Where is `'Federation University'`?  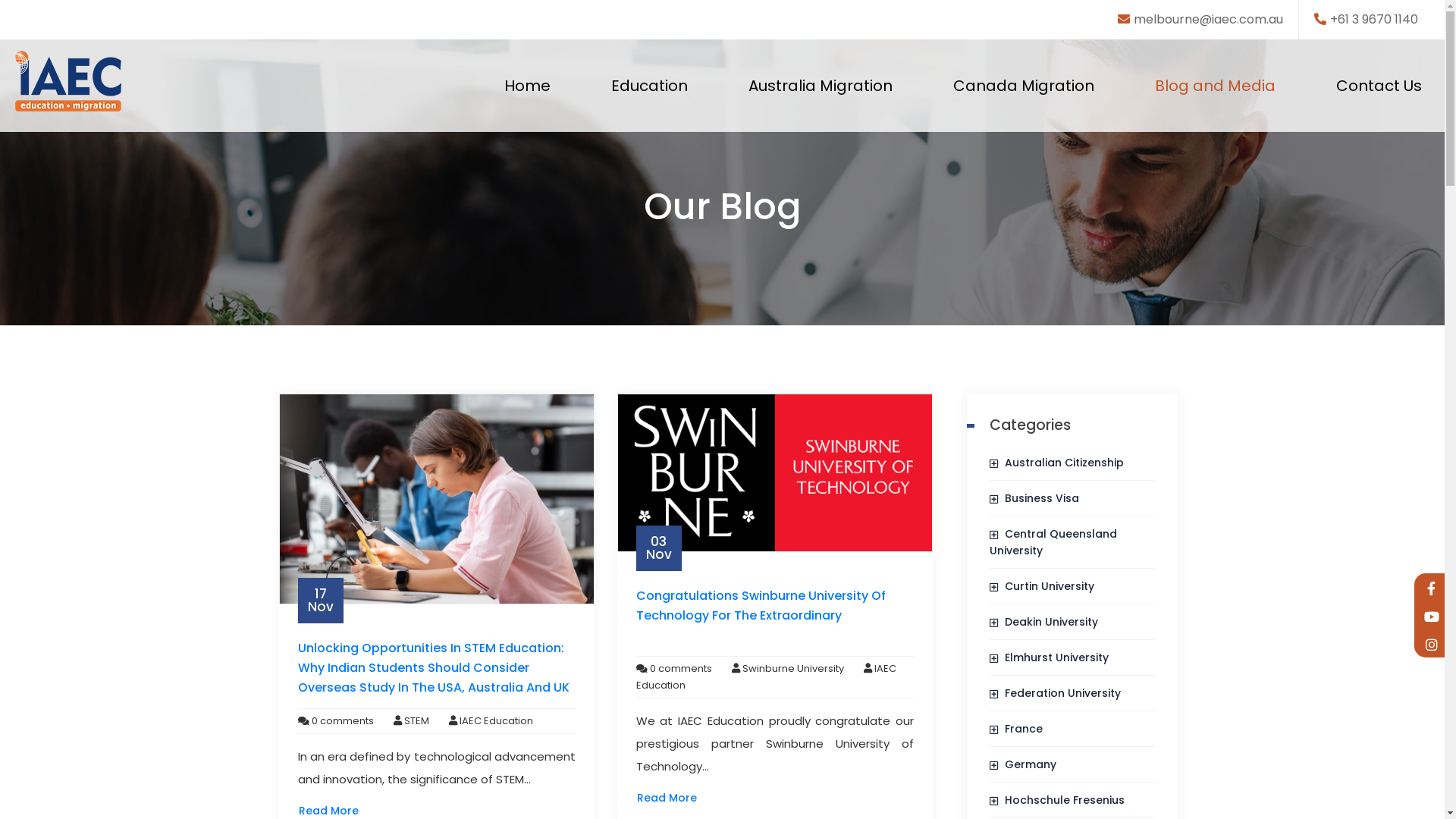 'Federation University' is located at coordinates (1054, 693).